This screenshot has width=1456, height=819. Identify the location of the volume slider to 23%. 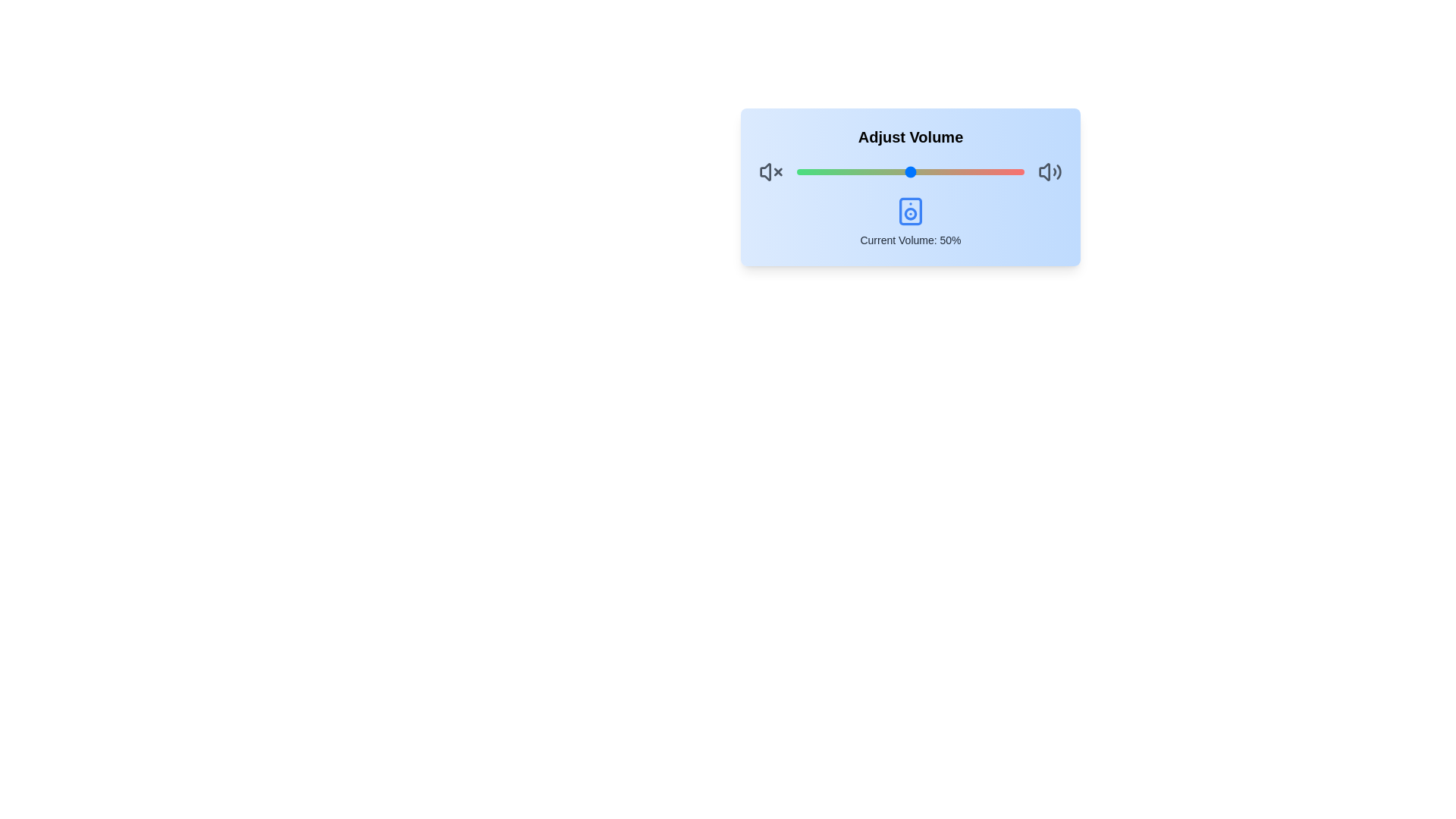
(848, 171).